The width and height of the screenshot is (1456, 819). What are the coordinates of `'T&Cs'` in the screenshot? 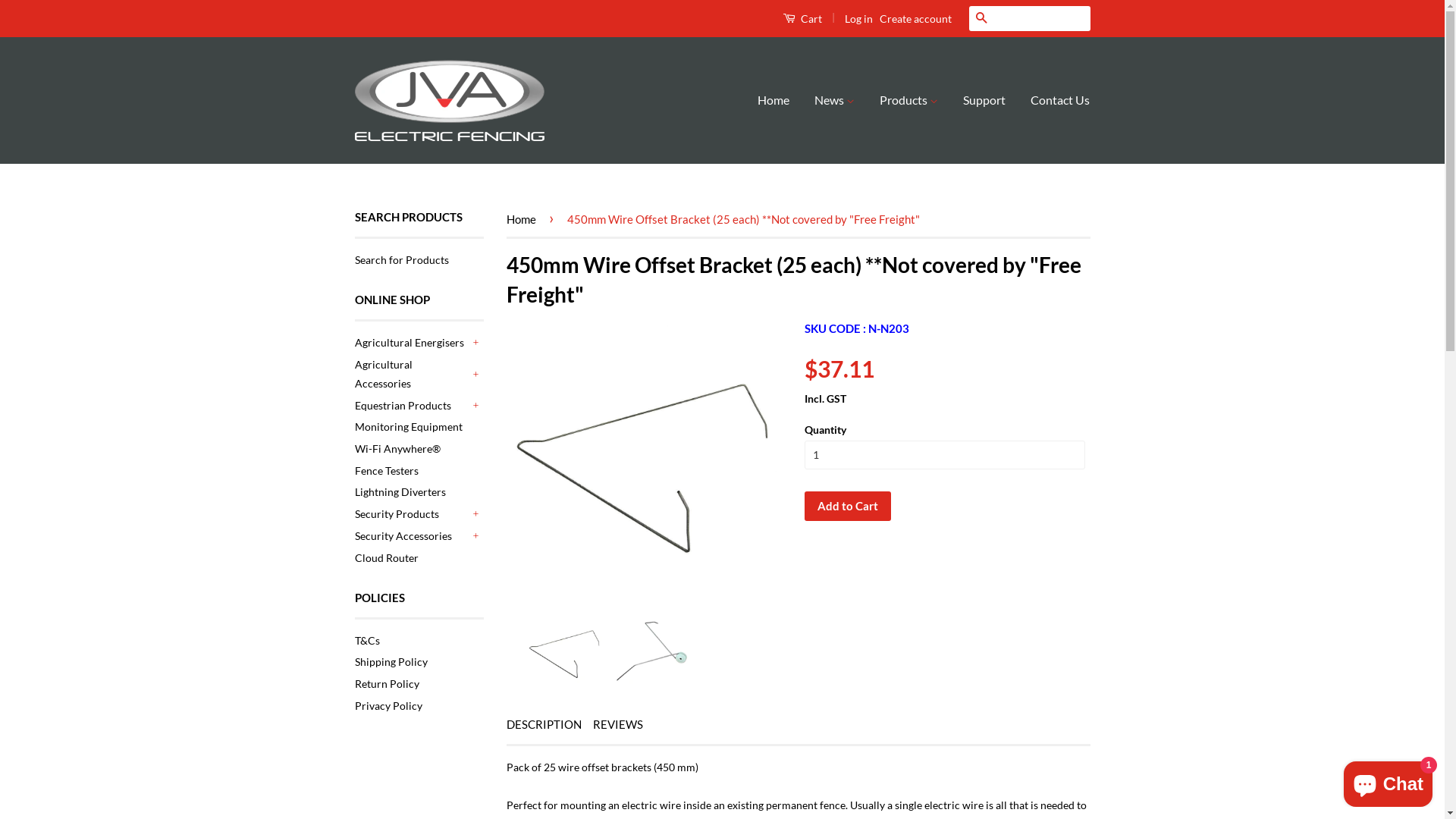 It's located at (367, 640).